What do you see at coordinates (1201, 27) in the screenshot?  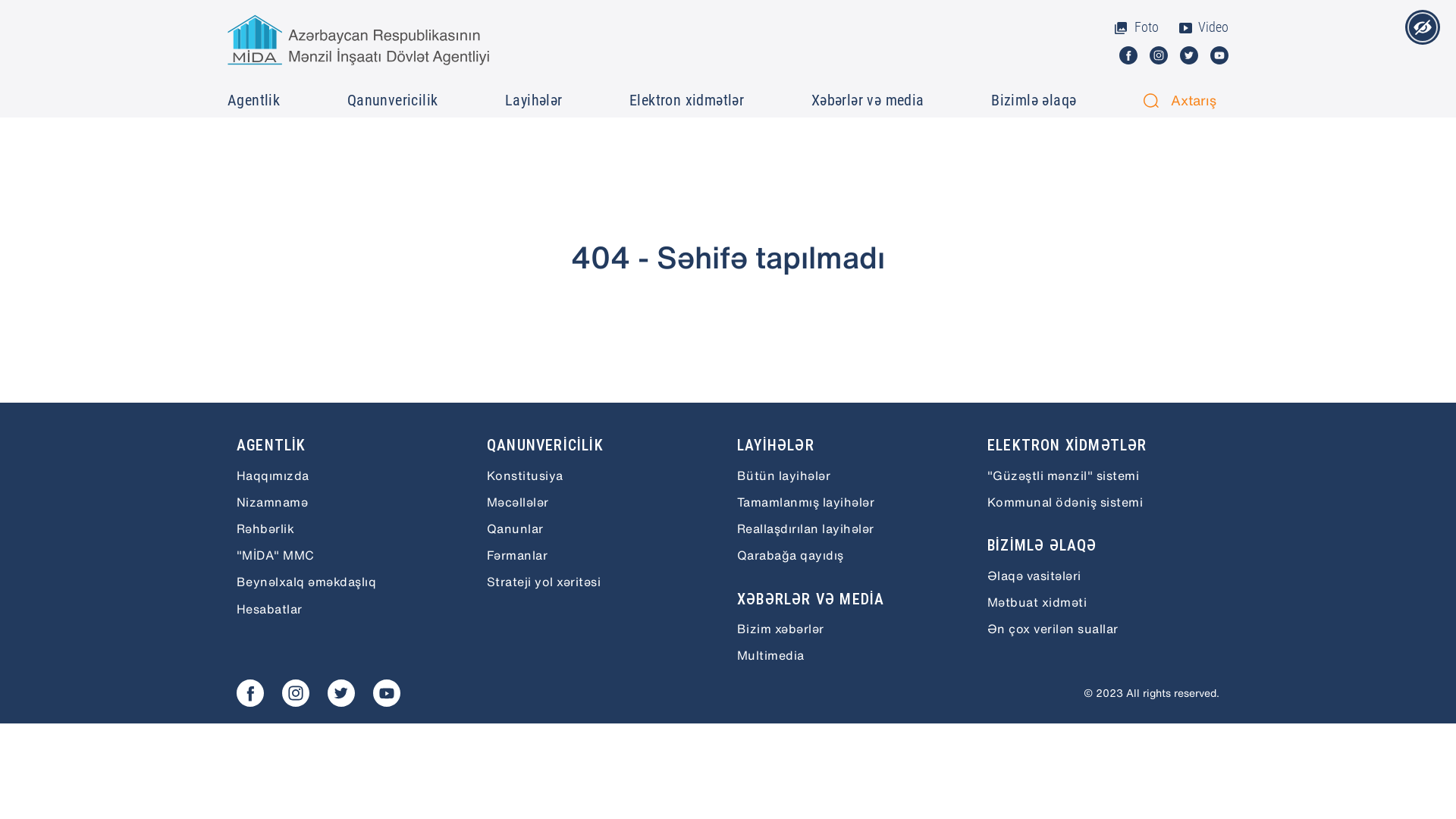 I see `'Video'` at bounding box center [1201, 27].